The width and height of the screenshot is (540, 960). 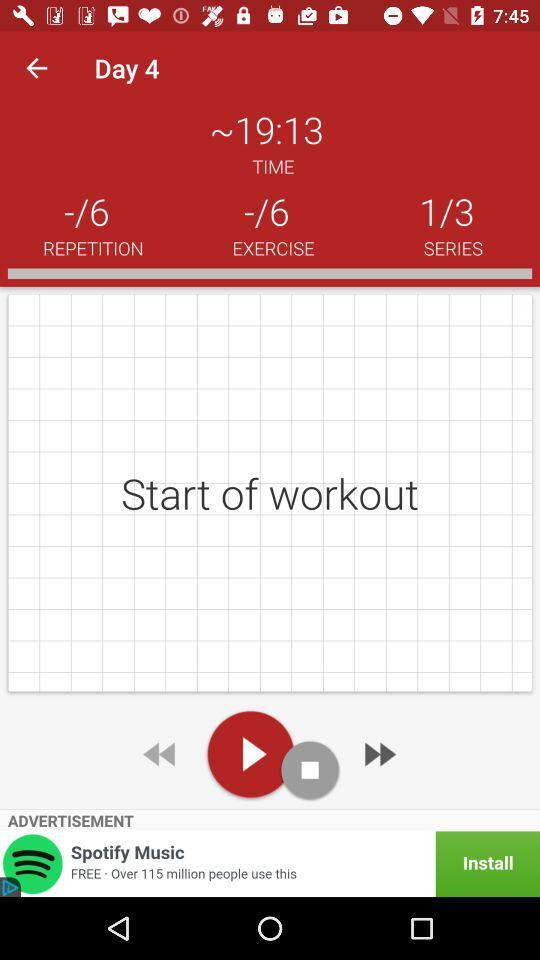 What do you see at coordinates (310, 769) in the screenshot?
I see `stop` at bounding box center [310, 769].